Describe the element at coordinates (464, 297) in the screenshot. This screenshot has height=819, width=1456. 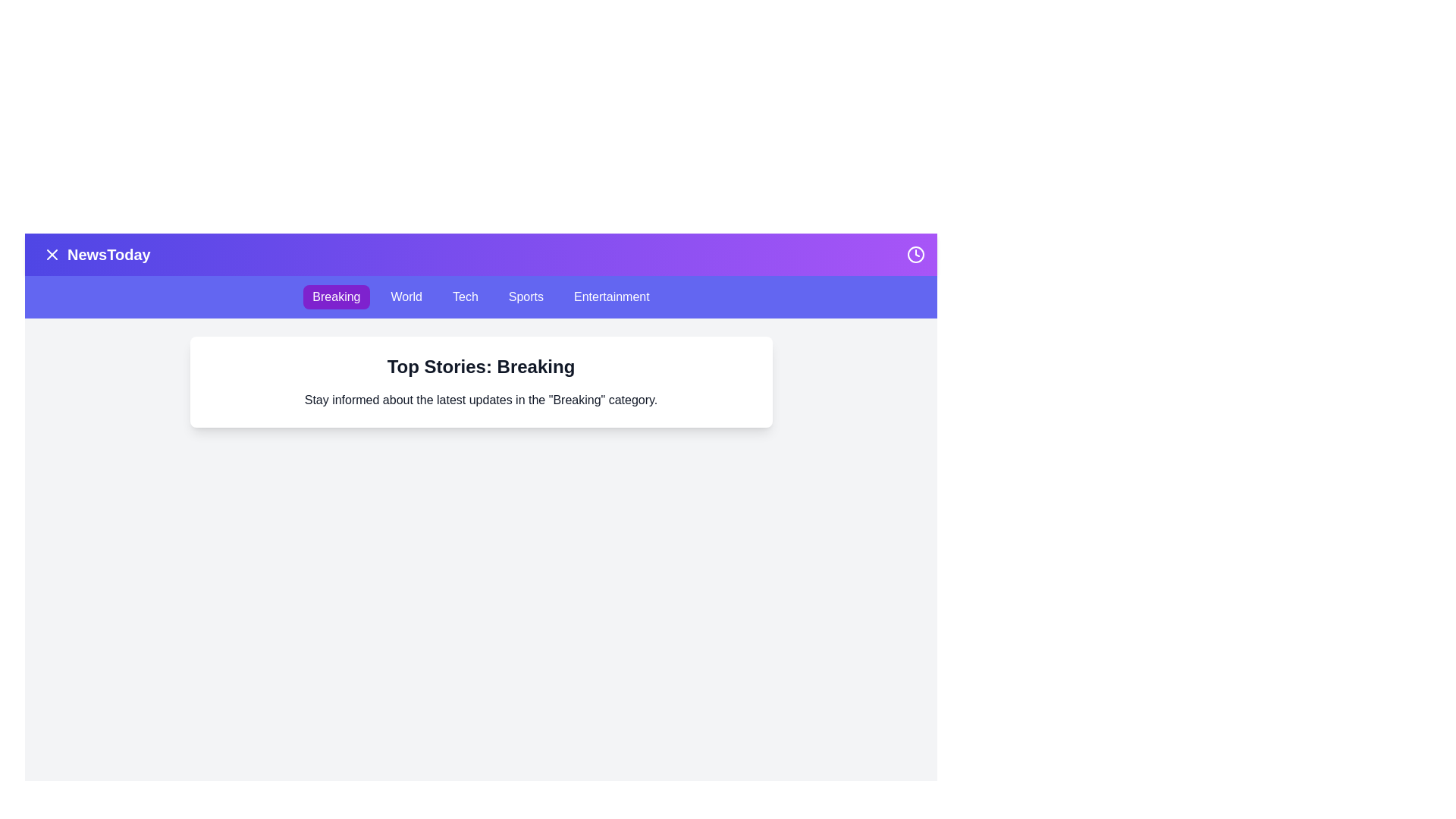
I see `the category Tech from the navigation bar` at that location.